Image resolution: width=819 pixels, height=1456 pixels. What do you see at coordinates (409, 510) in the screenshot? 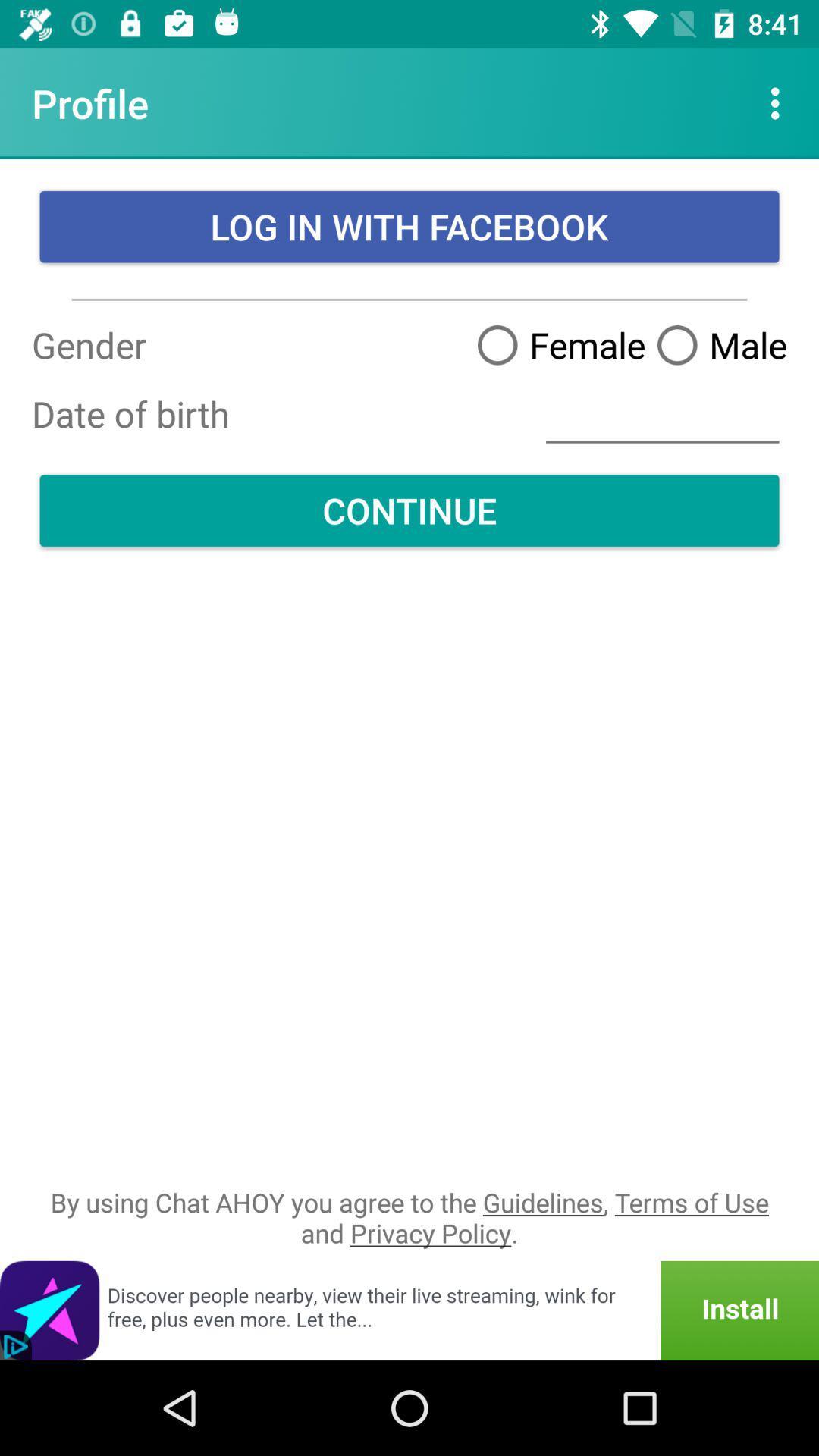
I see `the item above by using chat icon` at bounding box center [409, 510].